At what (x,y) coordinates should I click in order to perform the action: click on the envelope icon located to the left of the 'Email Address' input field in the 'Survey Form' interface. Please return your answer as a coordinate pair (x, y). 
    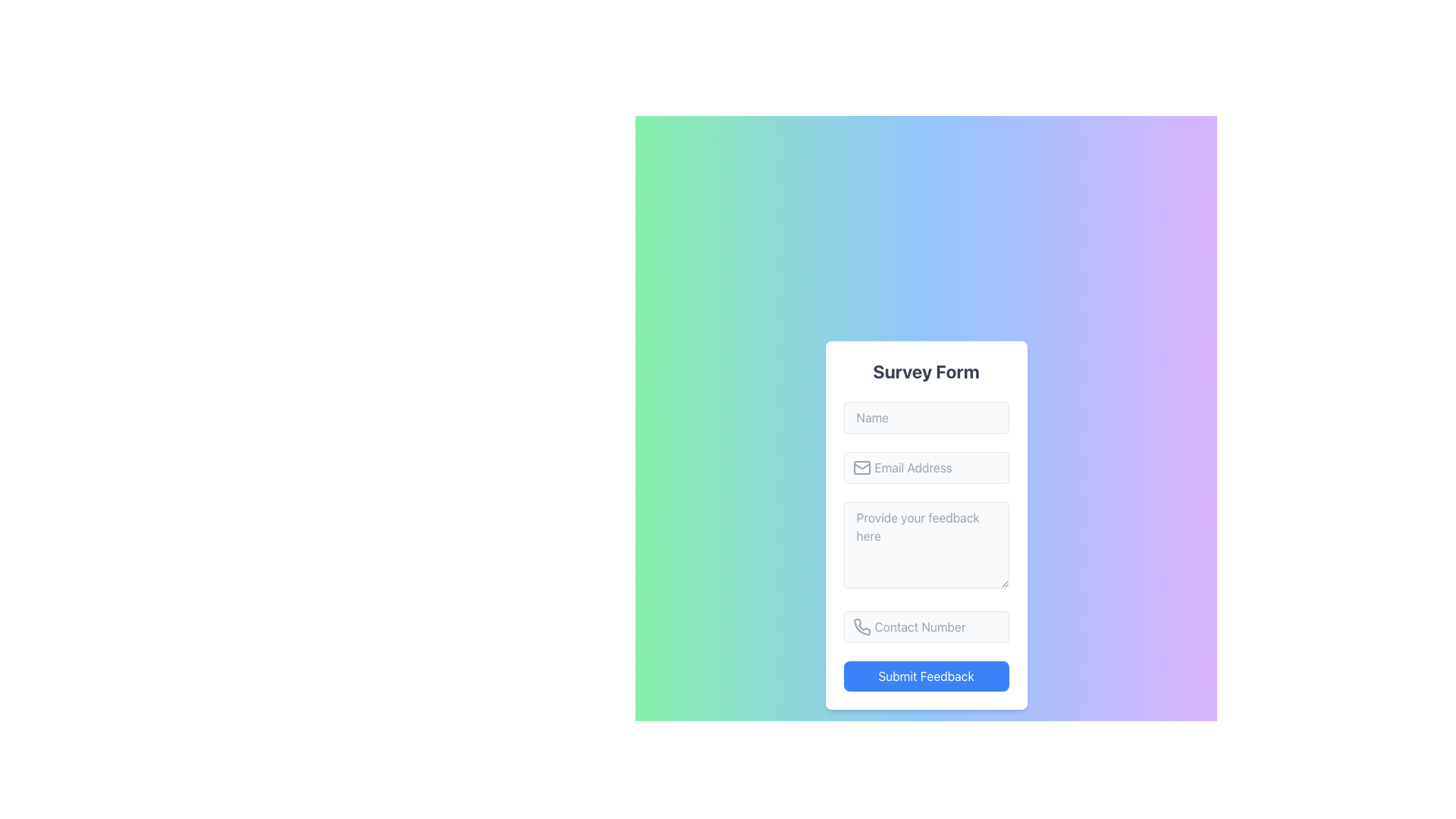
    Looking at the image, I should click on (861, 467).